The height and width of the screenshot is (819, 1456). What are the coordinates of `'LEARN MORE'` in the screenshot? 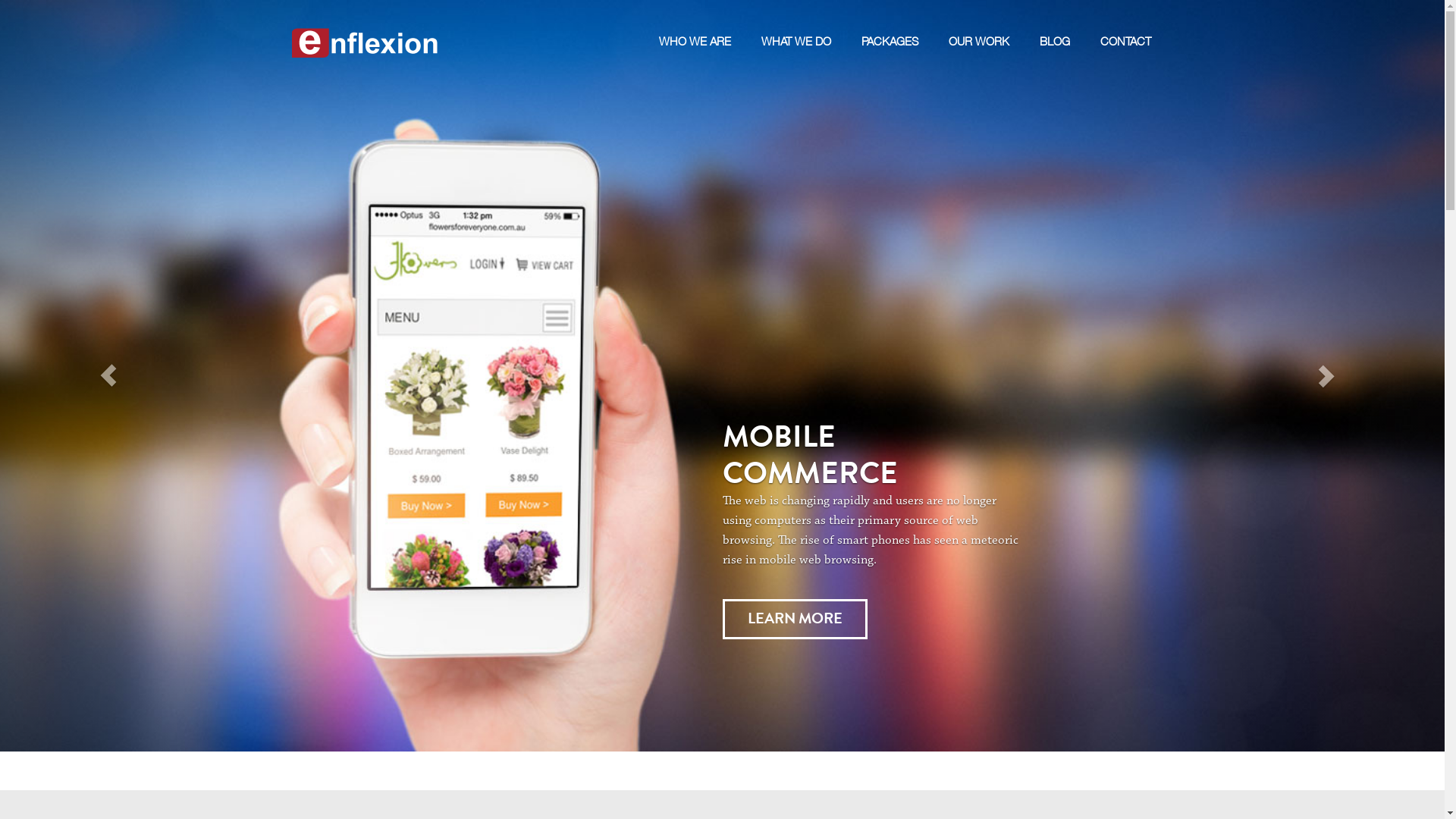 It's located at (793, 619).